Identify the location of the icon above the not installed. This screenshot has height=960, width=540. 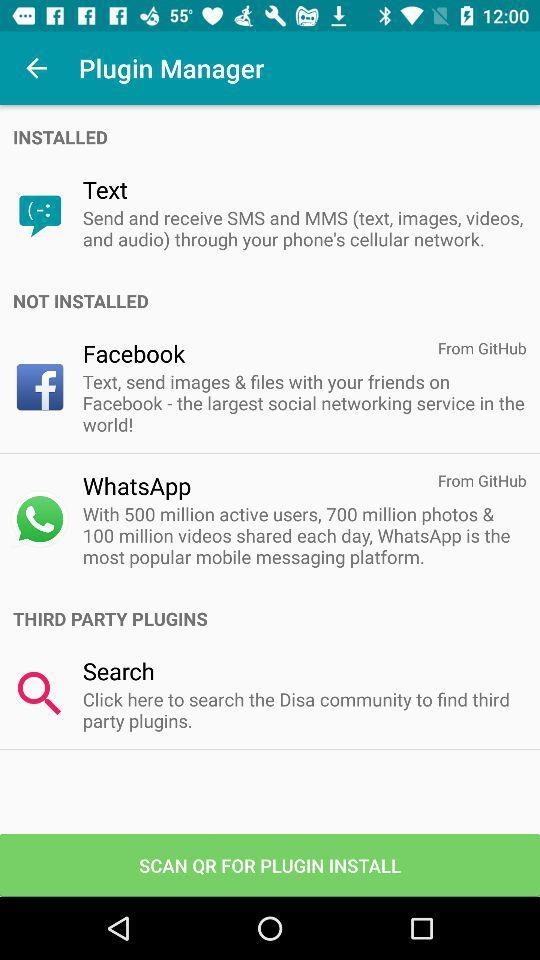
(303, 228).